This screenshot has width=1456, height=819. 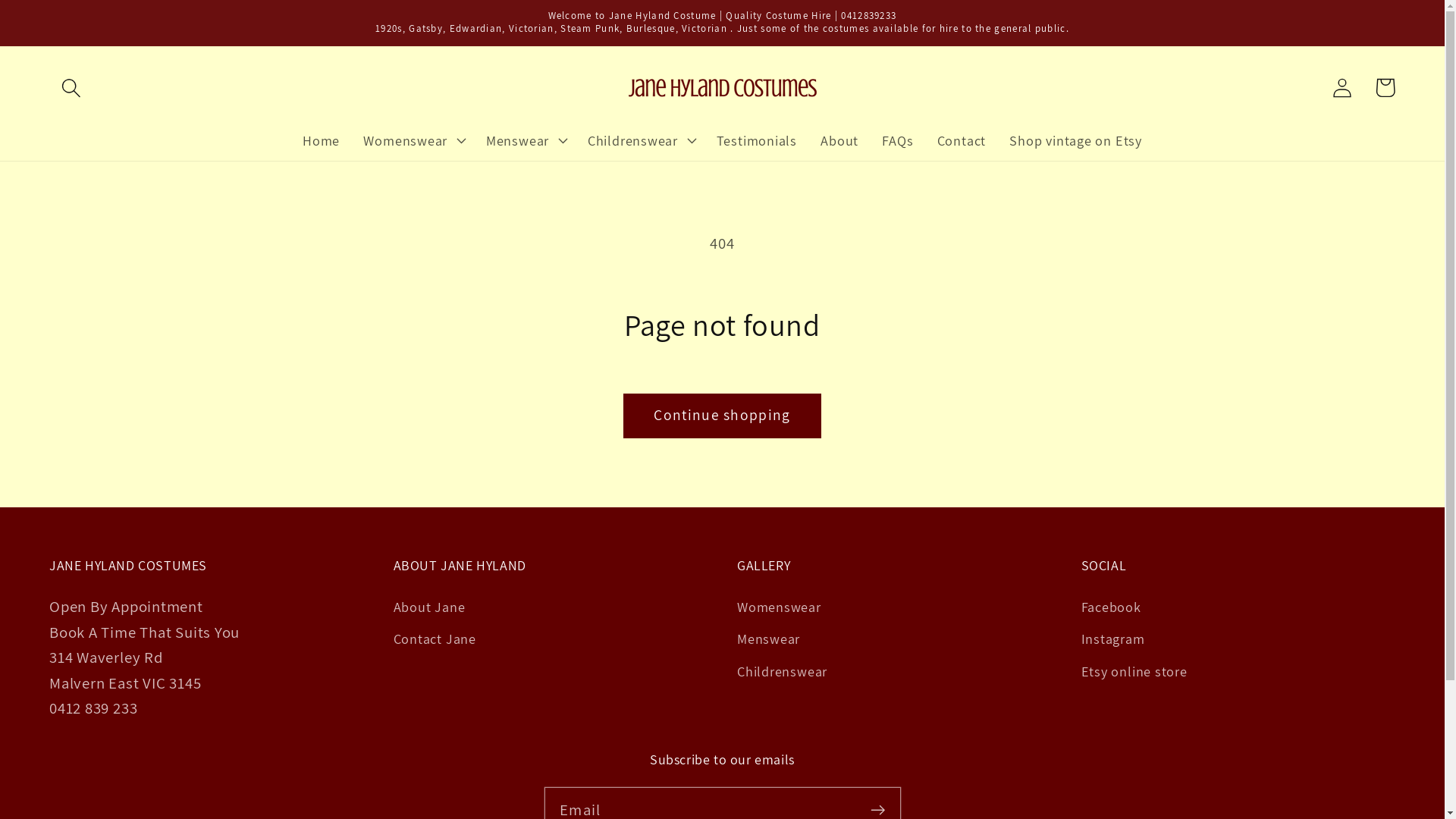 I want to click on 'Childrenswear', so click(x=782, y=670).